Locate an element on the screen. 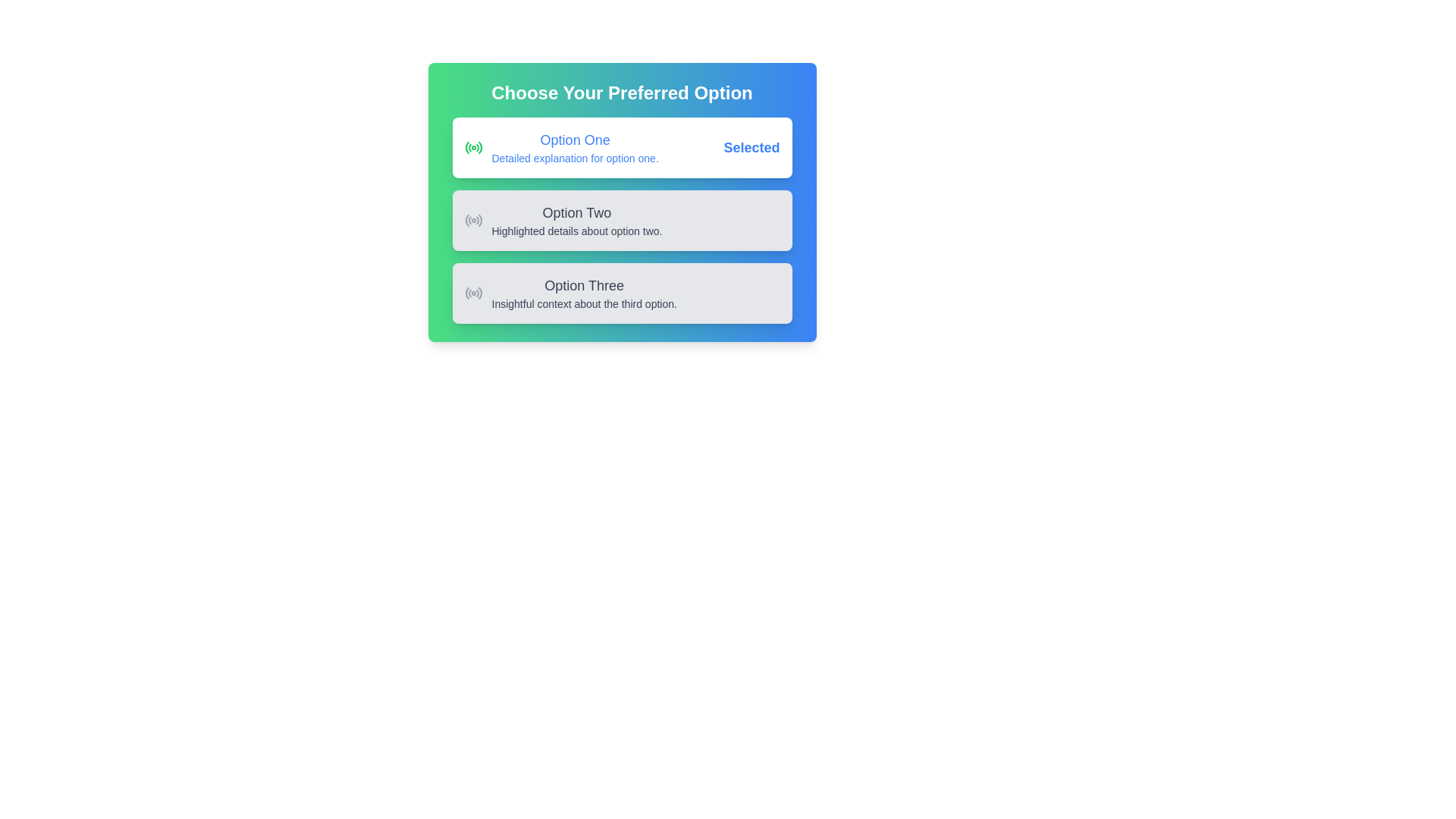  the Radio button icon is located at coordinates (472, 293).